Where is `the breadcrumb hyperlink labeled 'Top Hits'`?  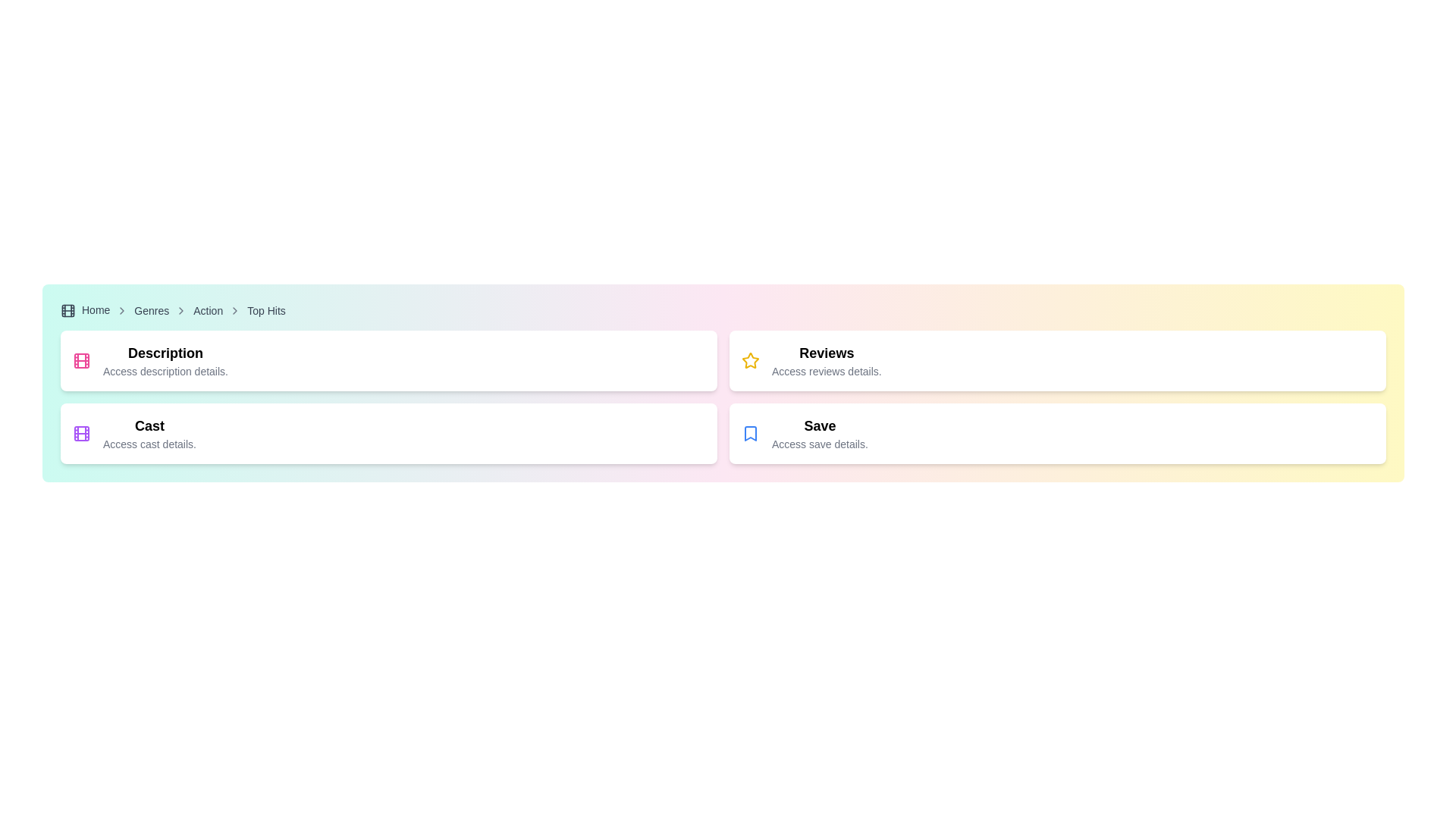 the breadcrumb hyperlink labeled 'Top Hits' is located at coordinates (266, 309).